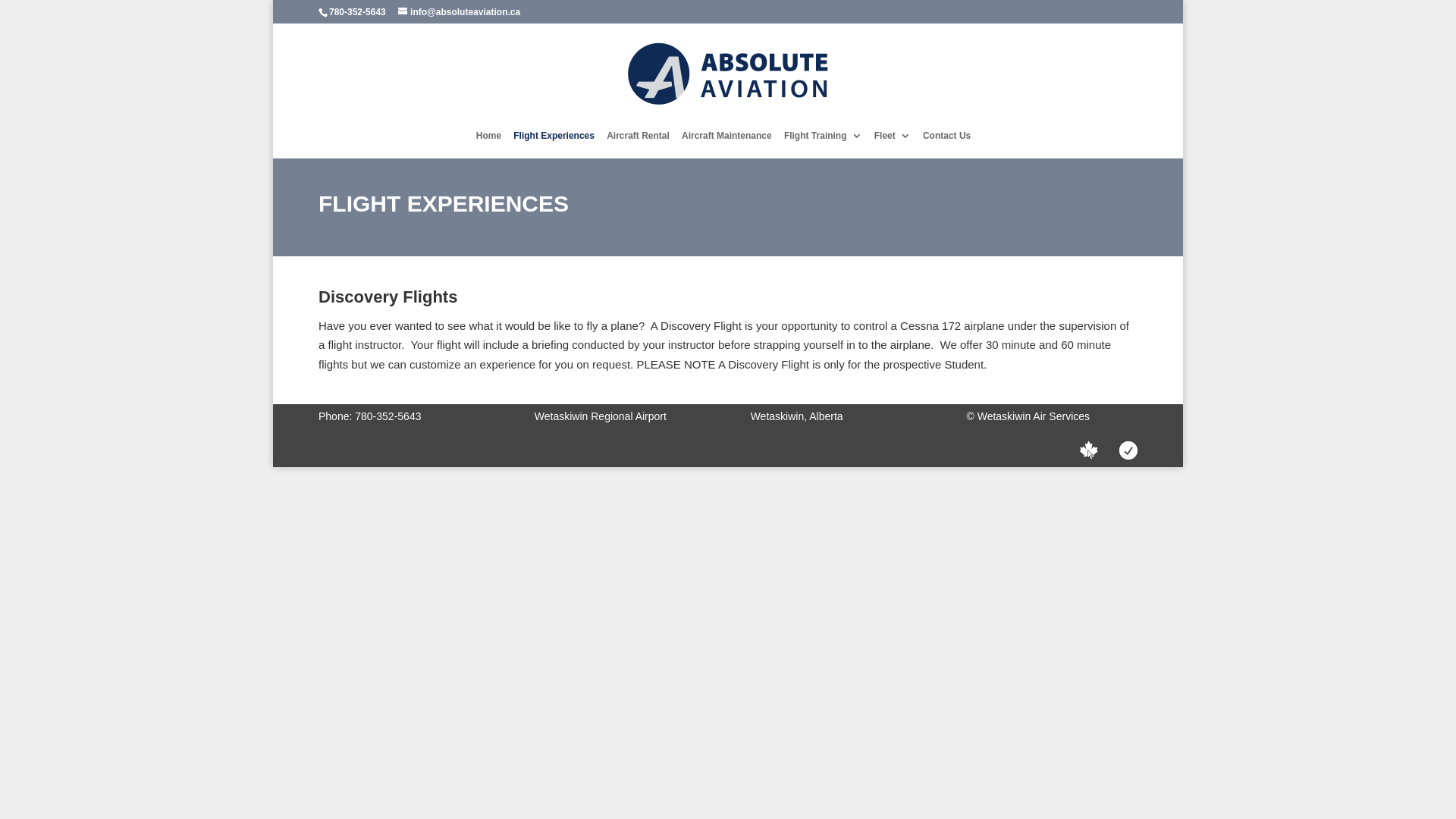  Describe the element at coordinates (475, 145) in the screenshot. I see `'Home'` at that location.